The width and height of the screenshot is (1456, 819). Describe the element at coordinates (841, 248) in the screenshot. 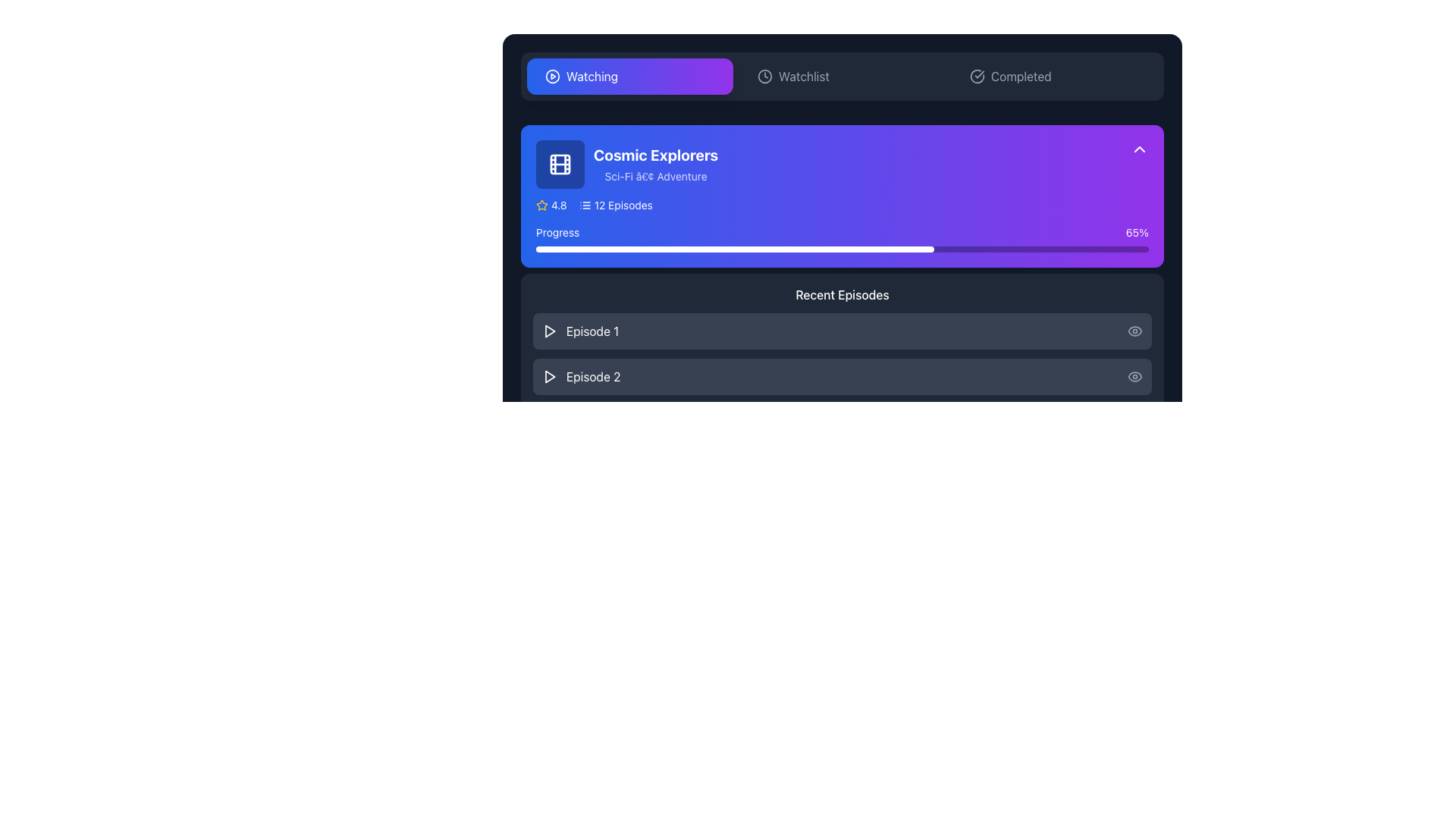

I see `the progress bar located inside the 'Progress' section, which is positioned under the 'Cosmic Explorers' section and features a dark translucent base with a lighter segment indicating progress` at that location.